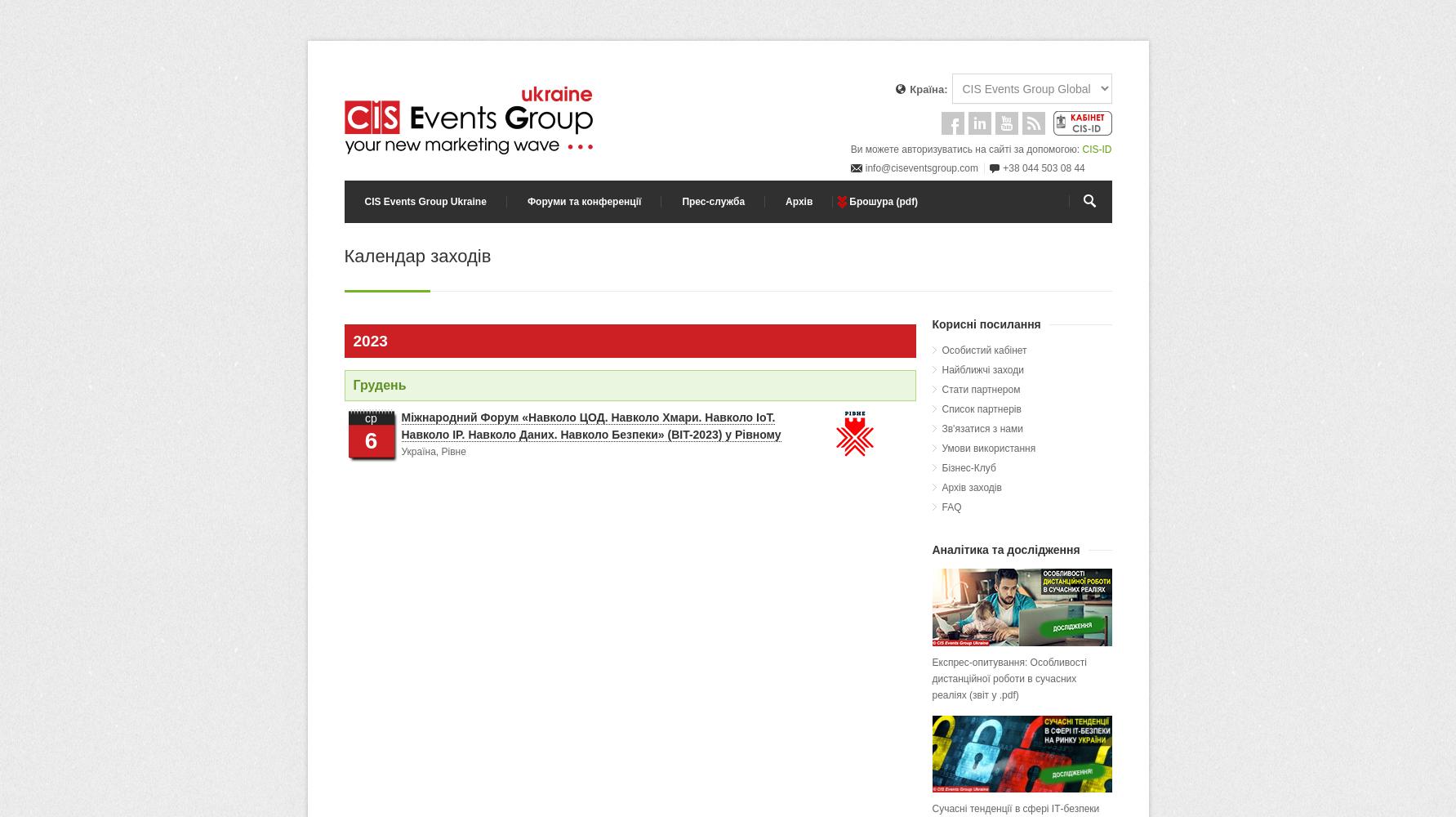 This screenshot has height=817, width=1456. I want to click on 'Міжнародний Форум «Навколо ЦОД. Навколо Хмари. Навколо IoT. Навколо IP. Навколо Даних. Навколо Безпеки» (BIT-2023) у Рівному', so click(590, 426).